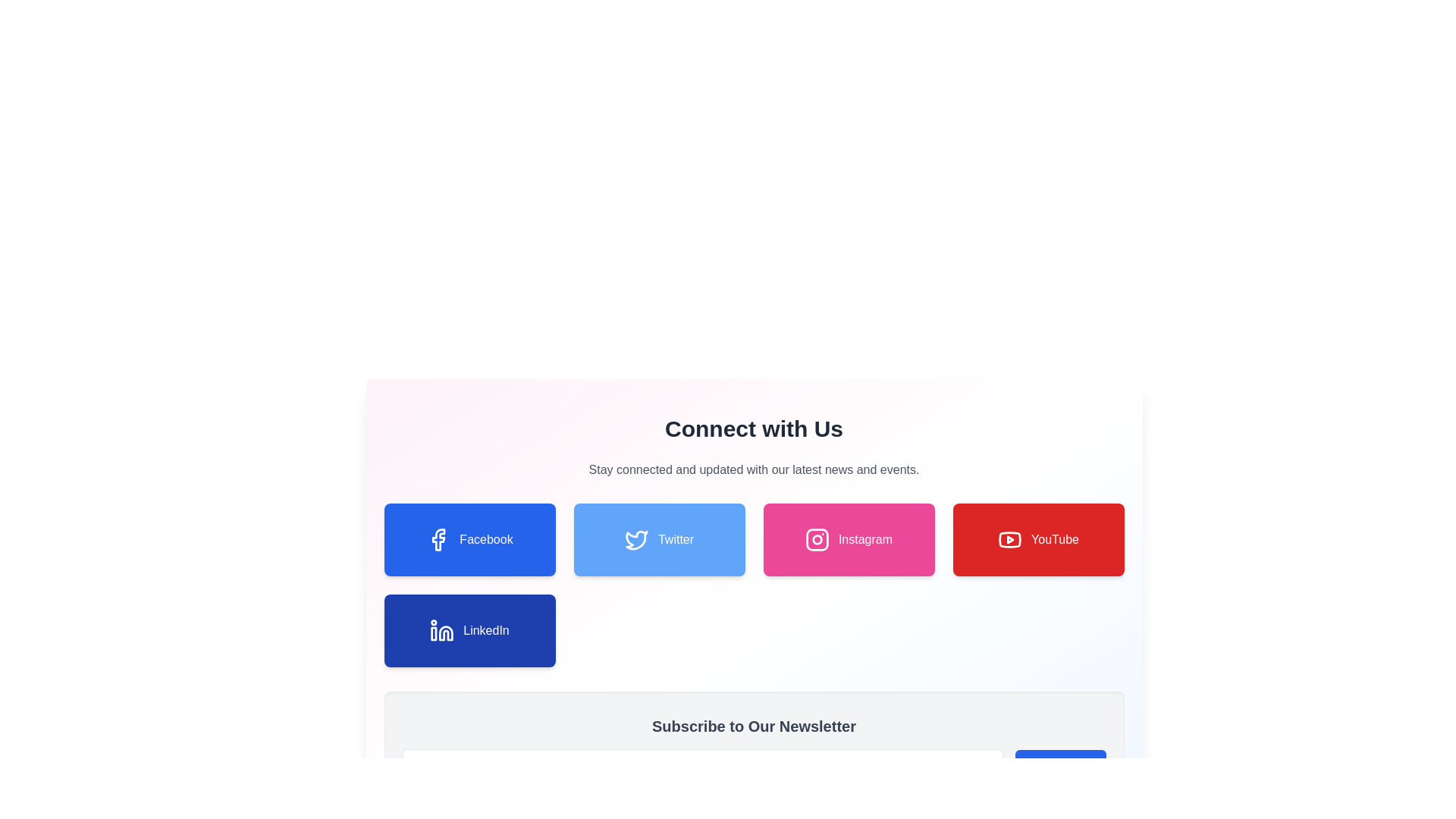  Describe the element at coordinates (1037, 539) in the screenshot. I see `the YouTube button, which is the fourth item in the row of social media buttons, located to the right of the Instagram button and above the LinkedIn button` at that location.